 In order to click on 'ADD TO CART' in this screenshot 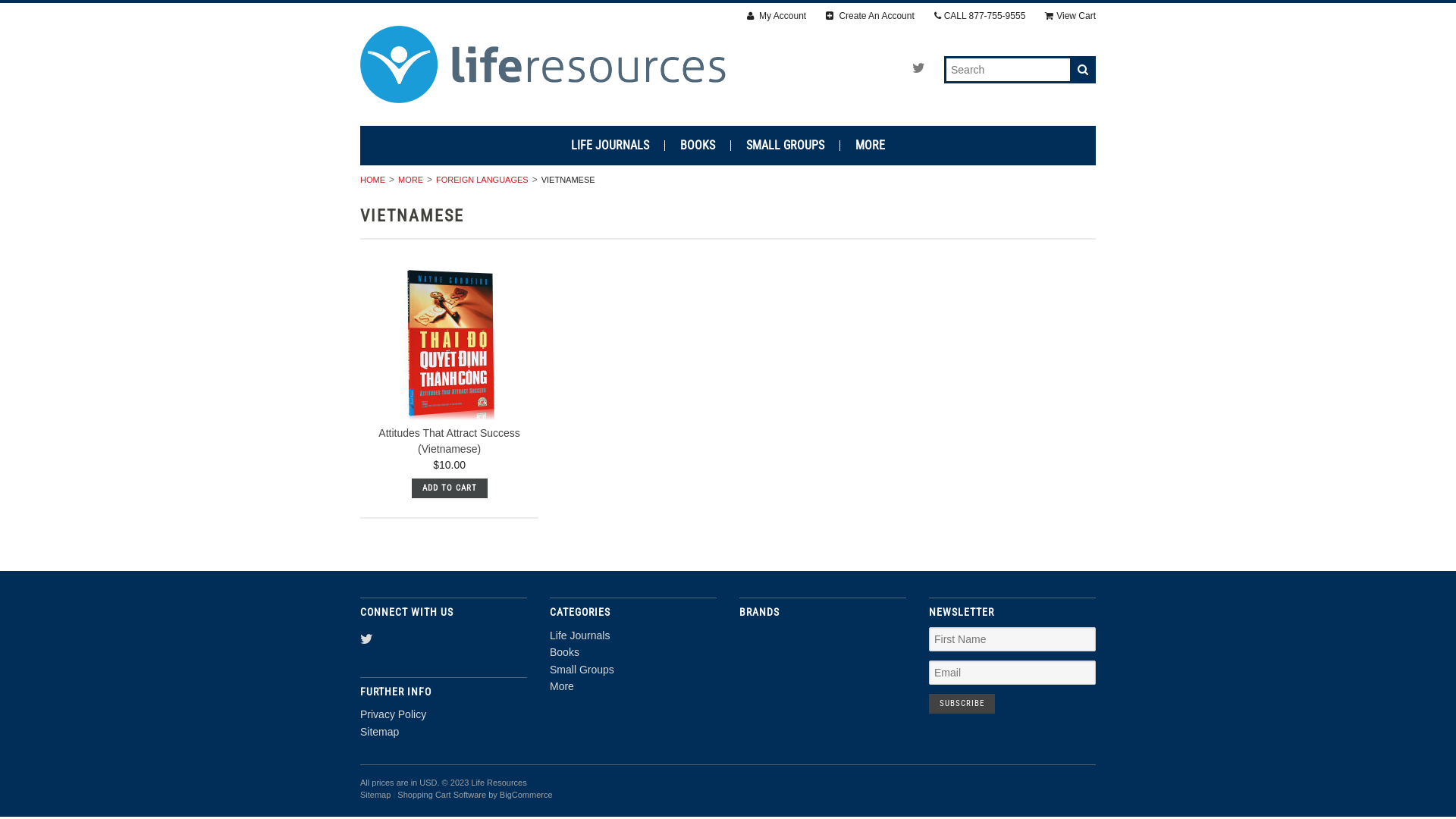, I will do `click(411, 488)`.